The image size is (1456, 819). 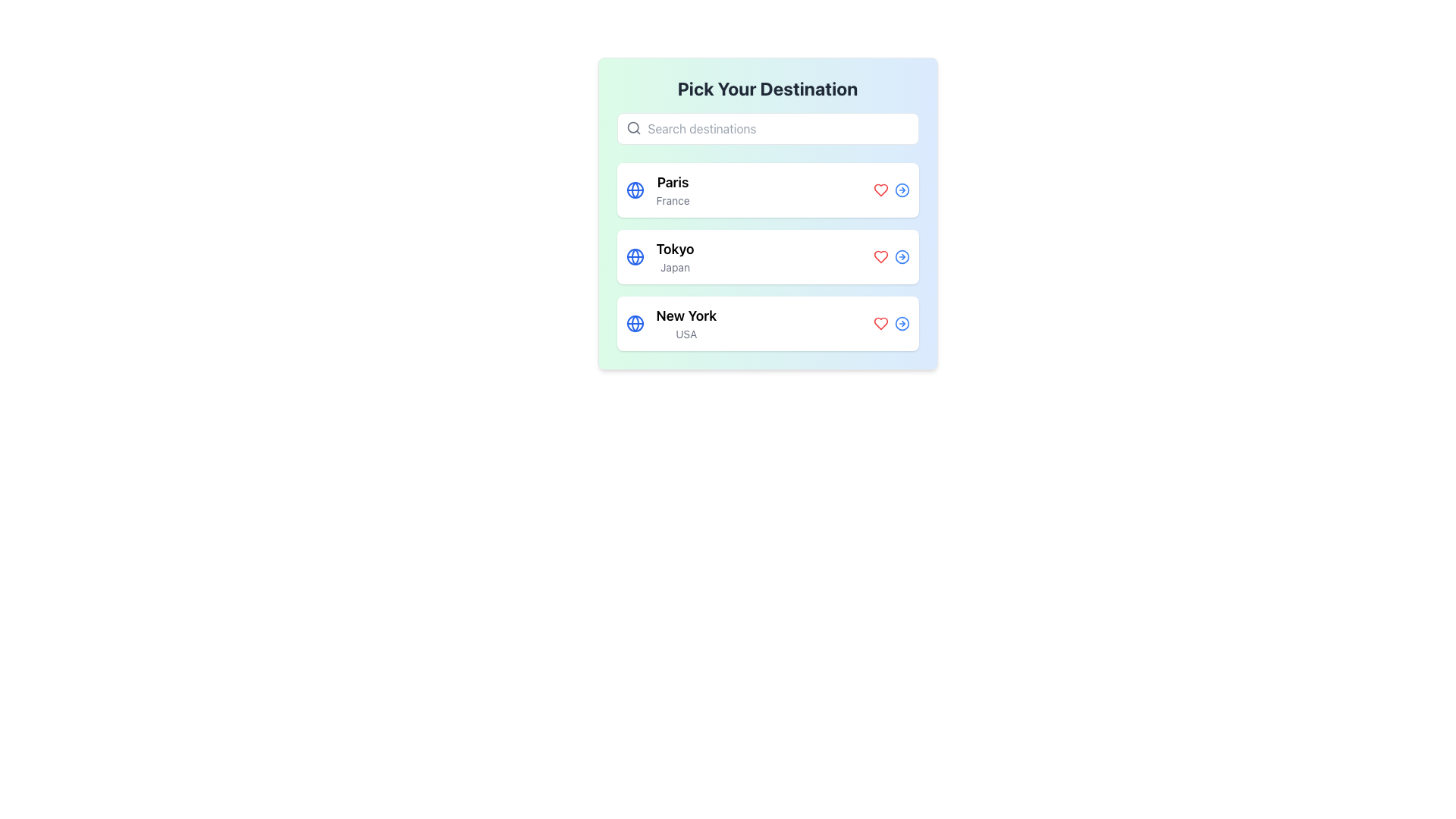 I want to click on the decorative globe icon associated with the 'Paris' location in the topmost card on the left side, adjacent to the 'Paris' and 'France' labels, so click(x=635, y=189).